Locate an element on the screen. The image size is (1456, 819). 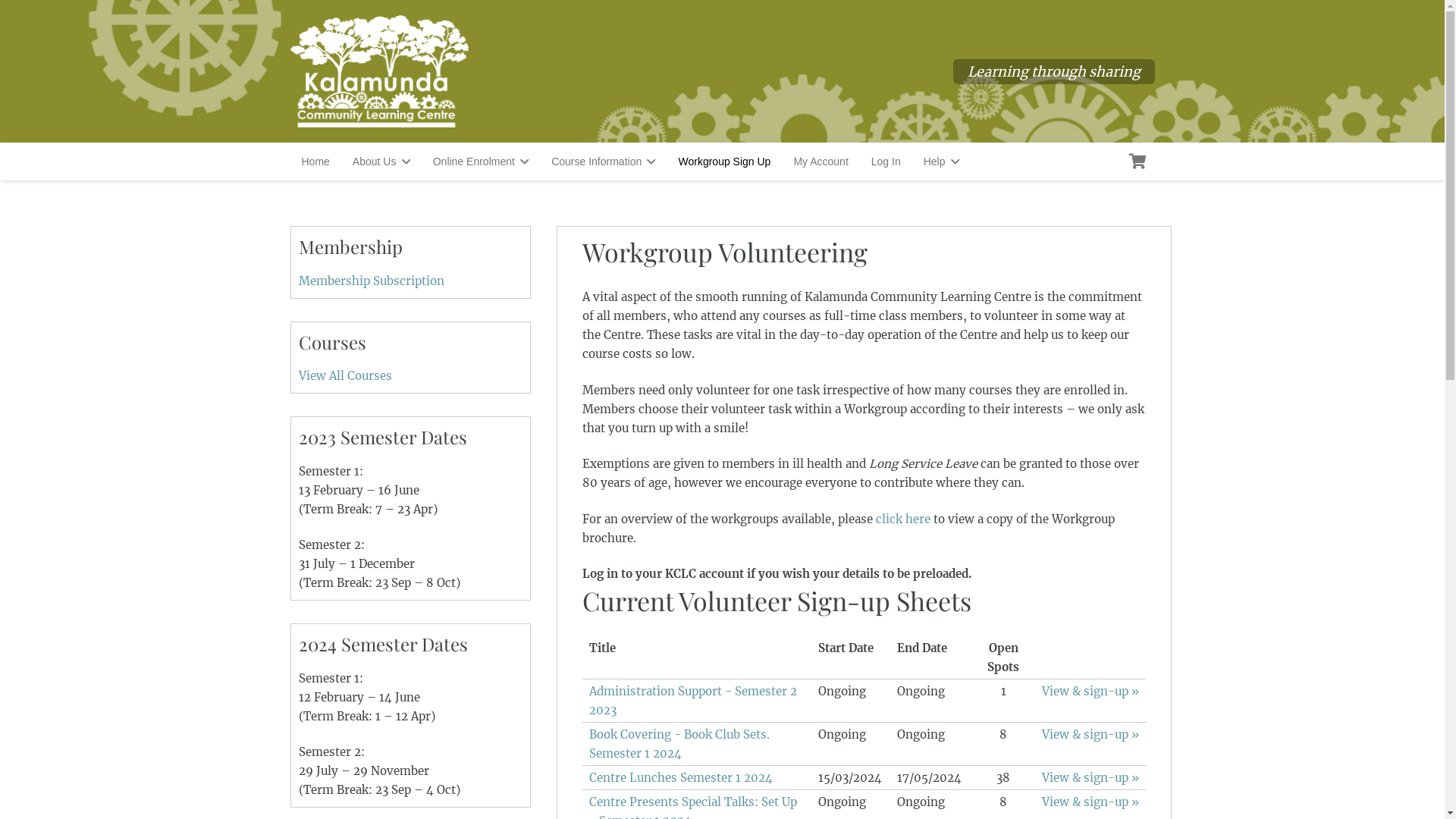
'Online Enrolment' is located at coordinates (422, 161).